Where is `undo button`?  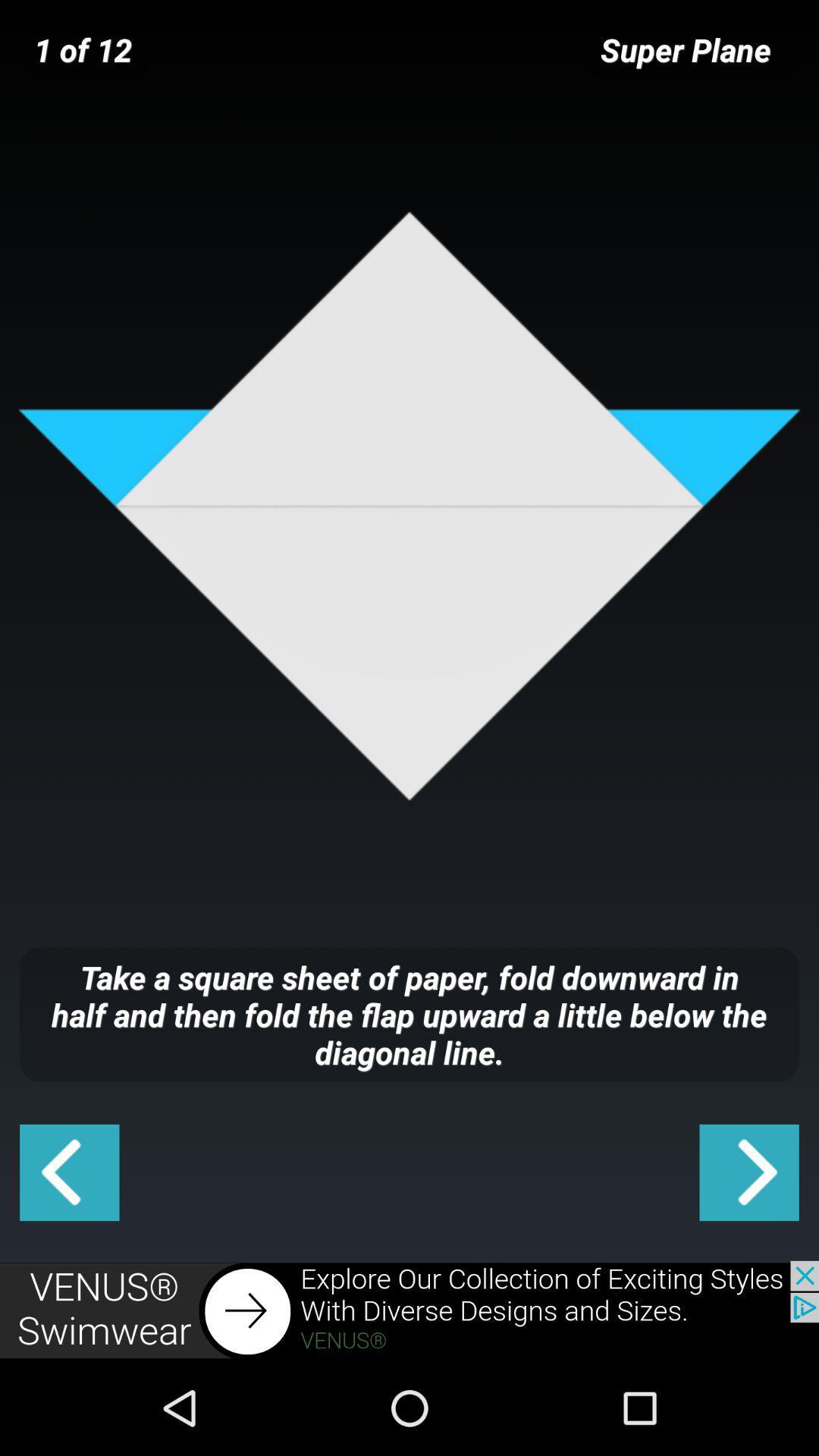
undo button is located at coordinates (69, 1172).